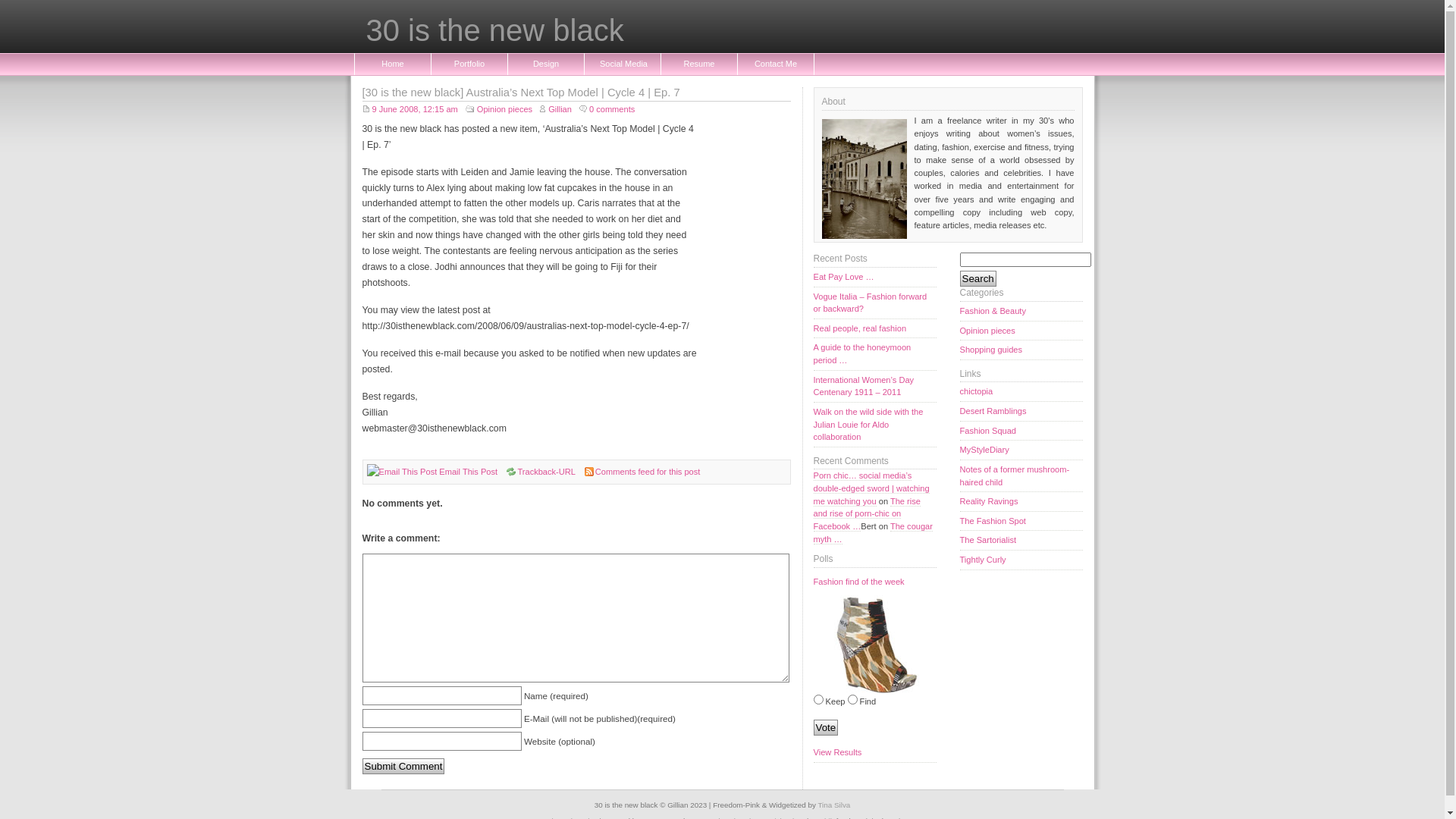 Image resolution: width=1456 pixels, height=819 pixels. I want to click on 'View Results', so click(874, 752).